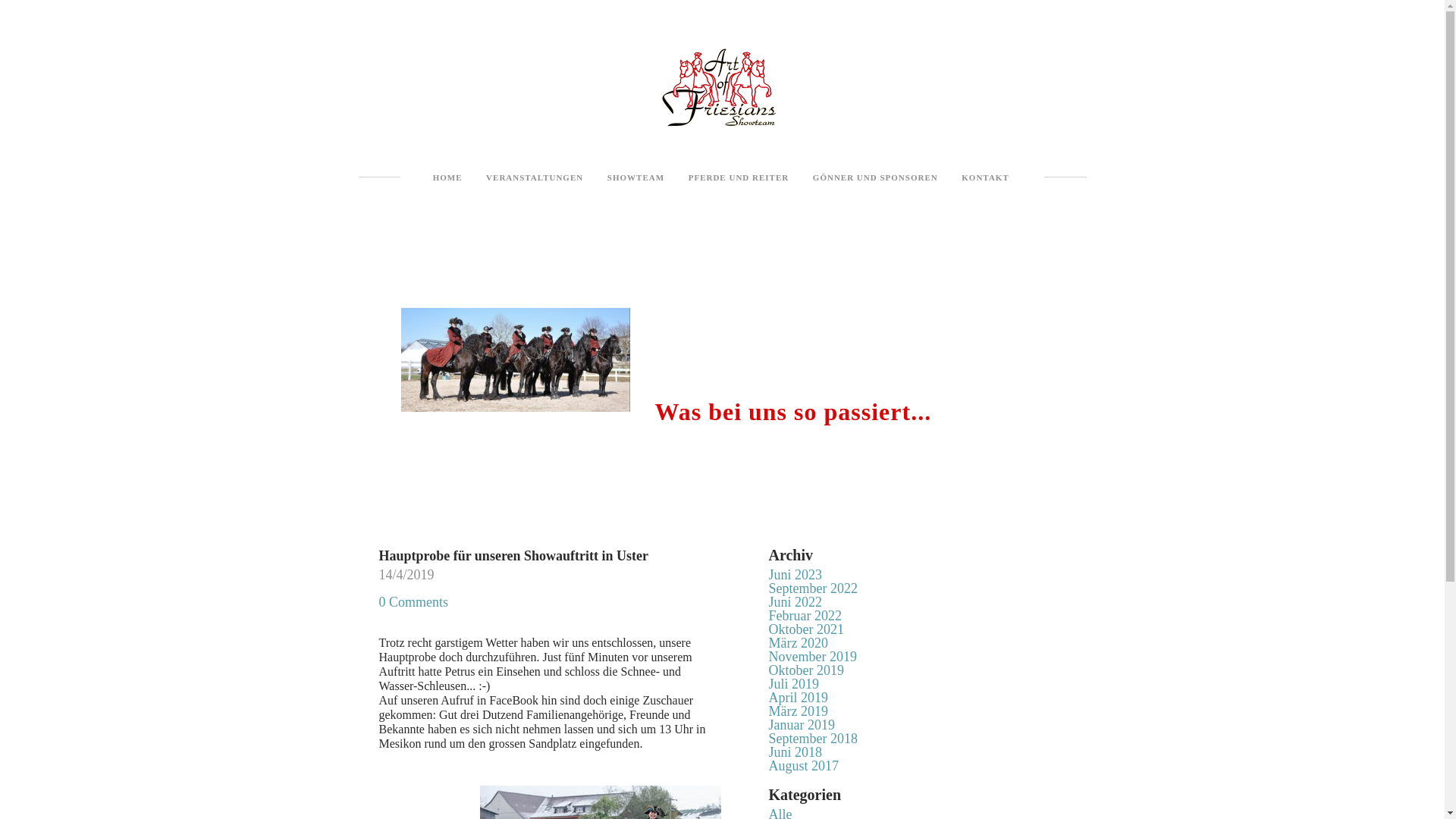  What do you see at coordinates (739, 177) in the screenshot?
I see `'PFERDE UND REITER'` at bounding box center [739, 177].